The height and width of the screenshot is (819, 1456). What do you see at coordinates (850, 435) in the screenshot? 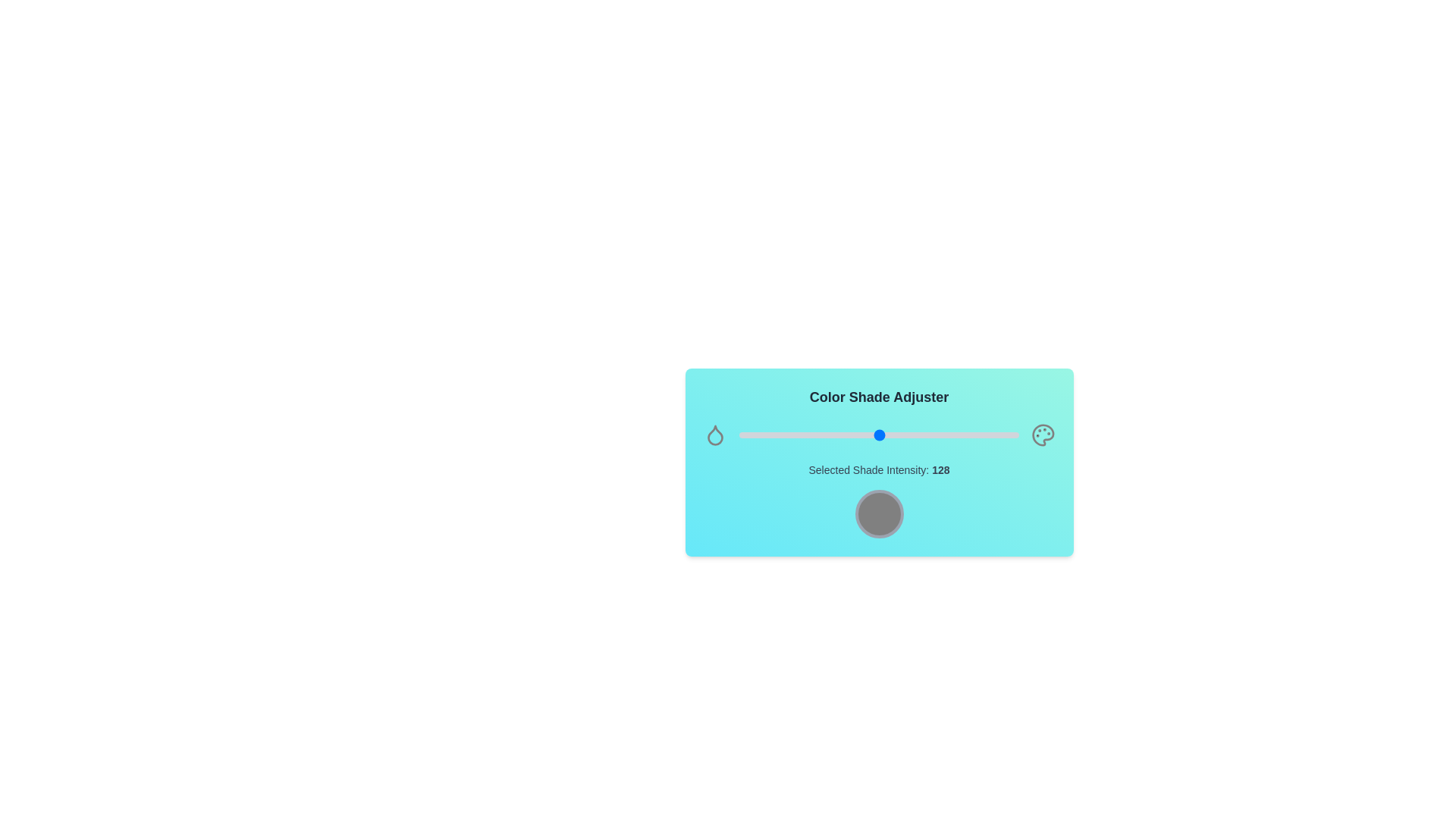
I see `the shade intensity slider to 101 value` at bounding box center [850, 435].